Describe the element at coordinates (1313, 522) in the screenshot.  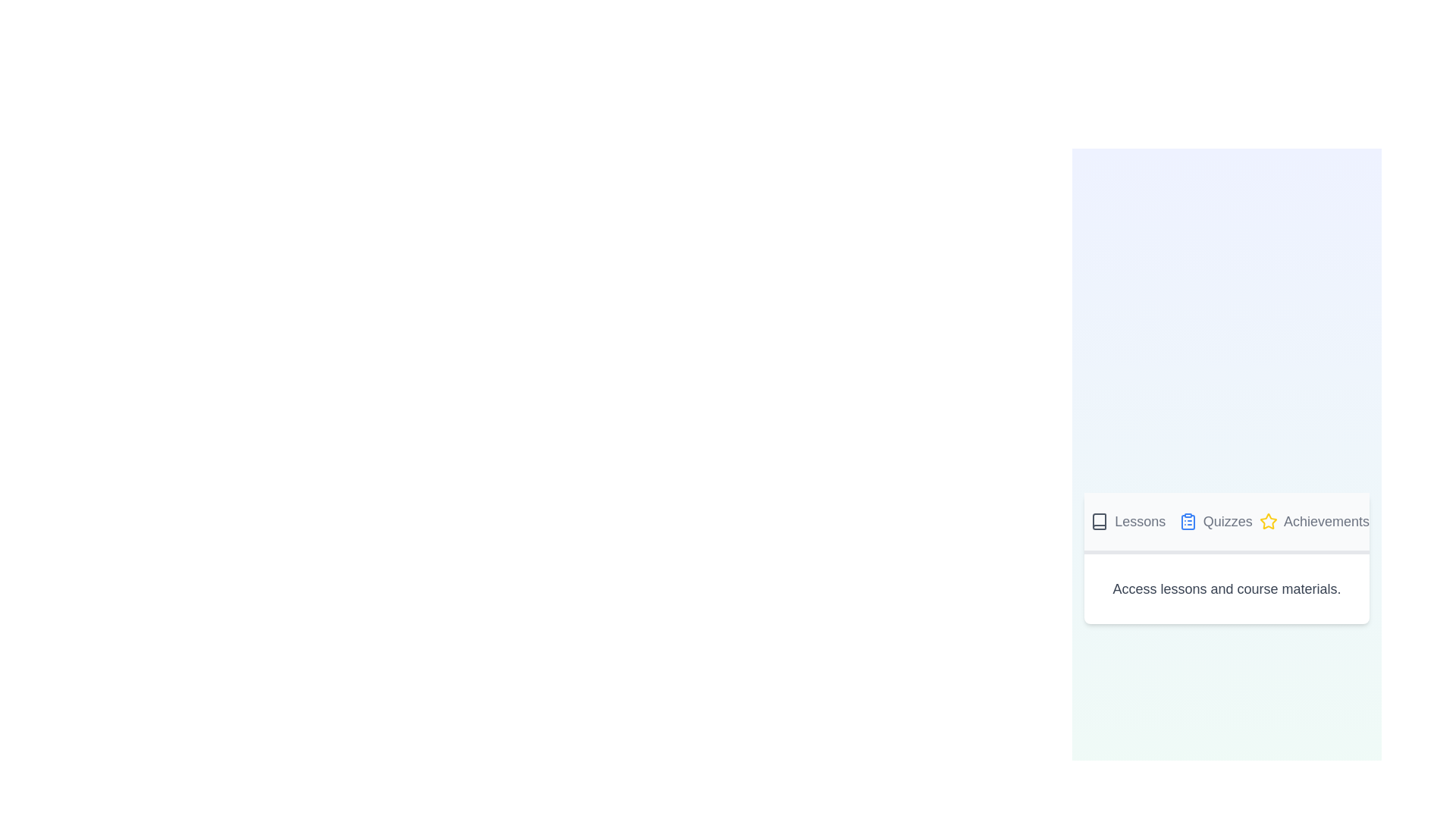
I see `the Achievements tab by clicking on it` at that location.